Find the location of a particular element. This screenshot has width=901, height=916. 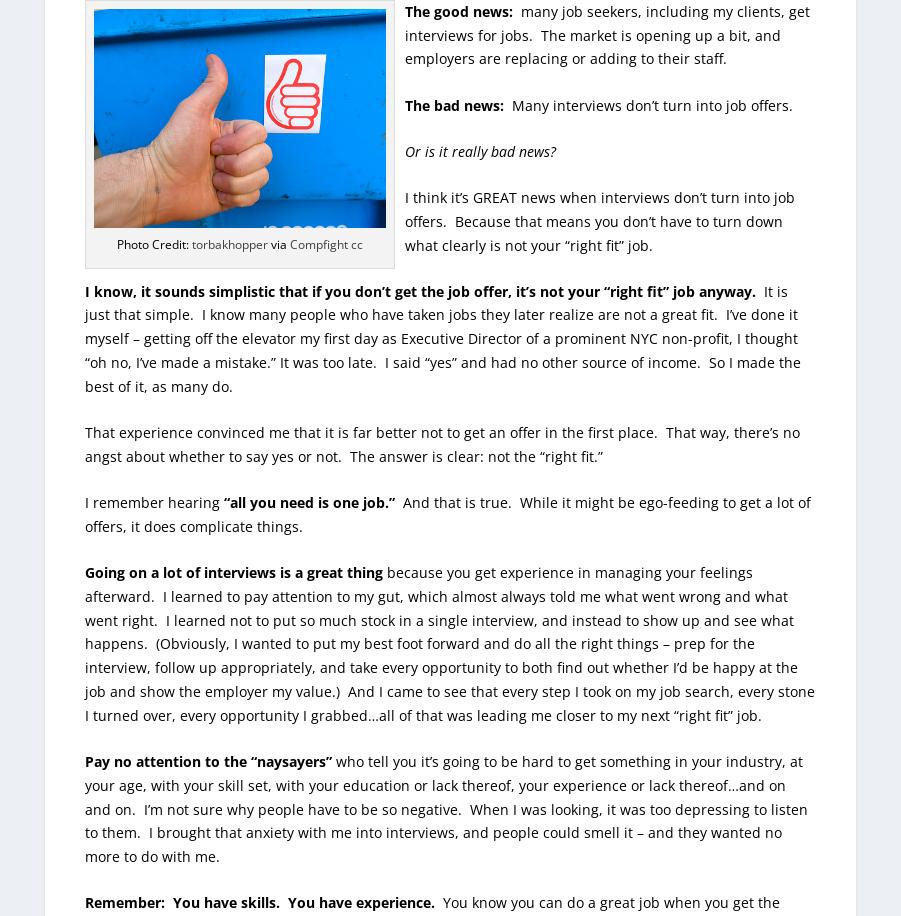

'The good news:' is located at coordinates (458, 10).